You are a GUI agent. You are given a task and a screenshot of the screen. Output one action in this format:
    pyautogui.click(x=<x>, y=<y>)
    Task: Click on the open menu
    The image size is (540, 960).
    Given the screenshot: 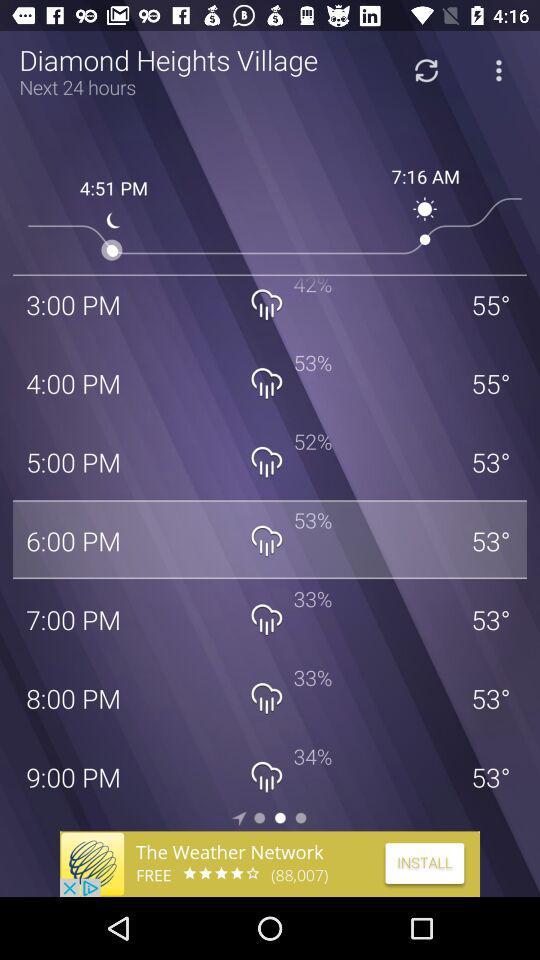 What is the action you would take?
    pyautogui.click(x=497, y=70)
    